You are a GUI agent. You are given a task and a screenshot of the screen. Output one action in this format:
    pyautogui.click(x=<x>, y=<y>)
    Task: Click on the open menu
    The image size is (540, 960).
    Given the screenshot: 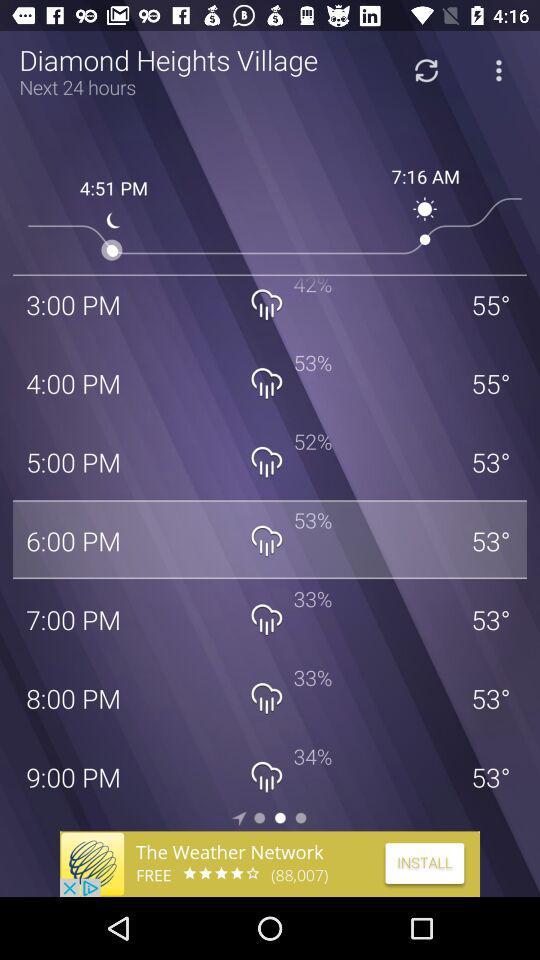 What is the action you would take?
    pyautogui.click(x=497, y=70)
    